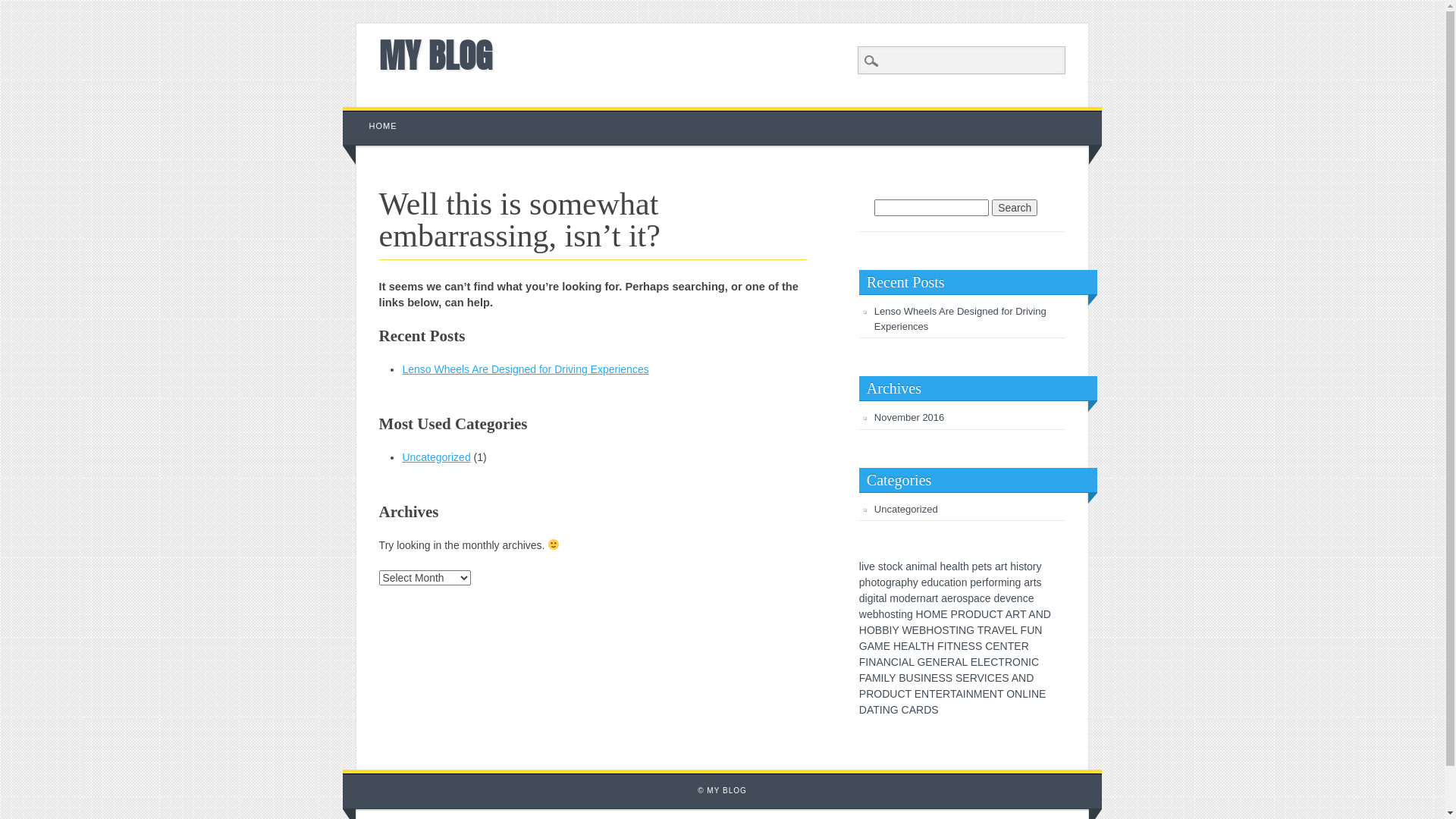  What do you see at coordinates (977, 614) in the screenshot?
I see `'D'` at bounding box center [977, 614].